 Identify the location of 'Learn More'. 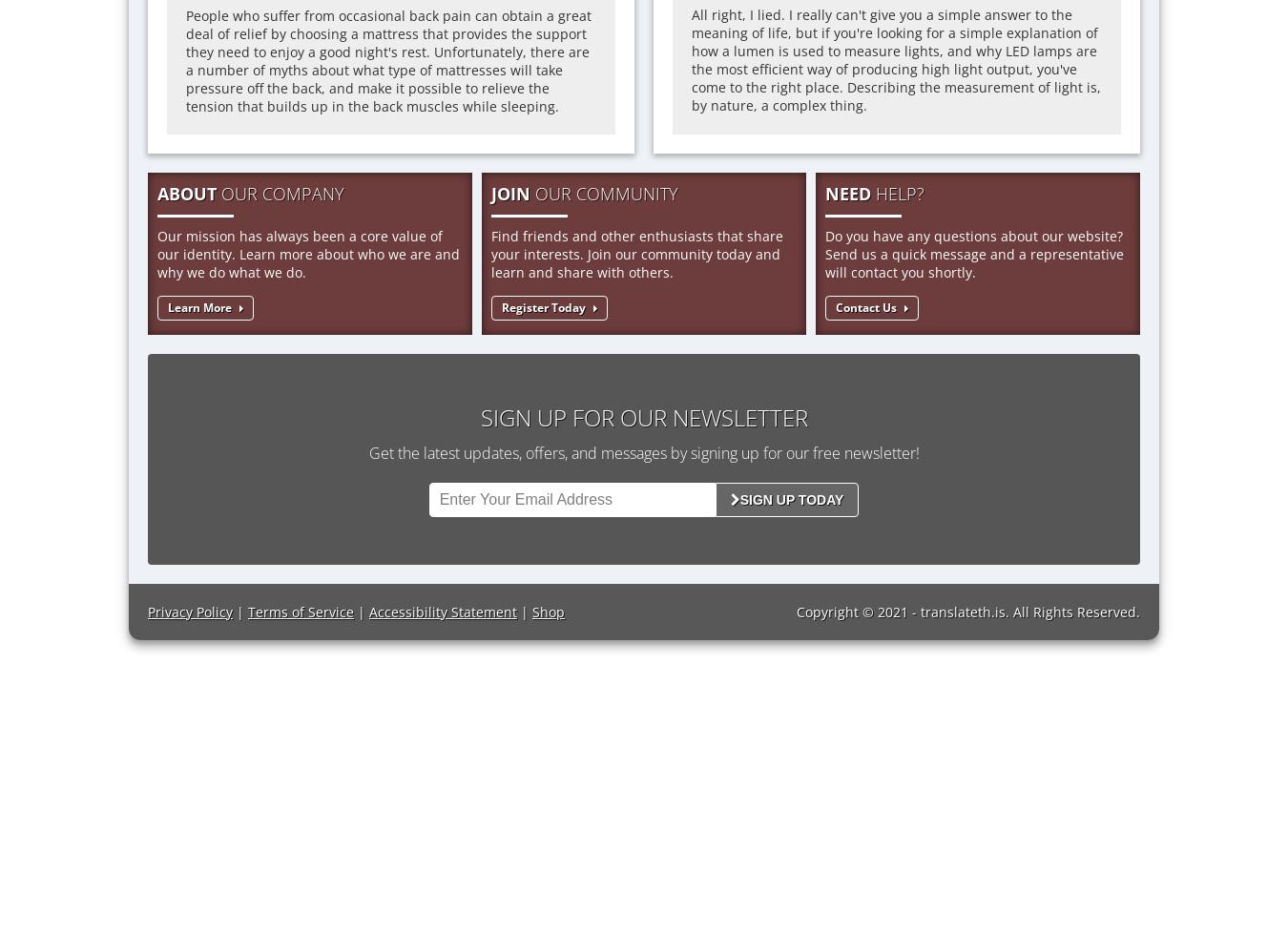
(168, 307).